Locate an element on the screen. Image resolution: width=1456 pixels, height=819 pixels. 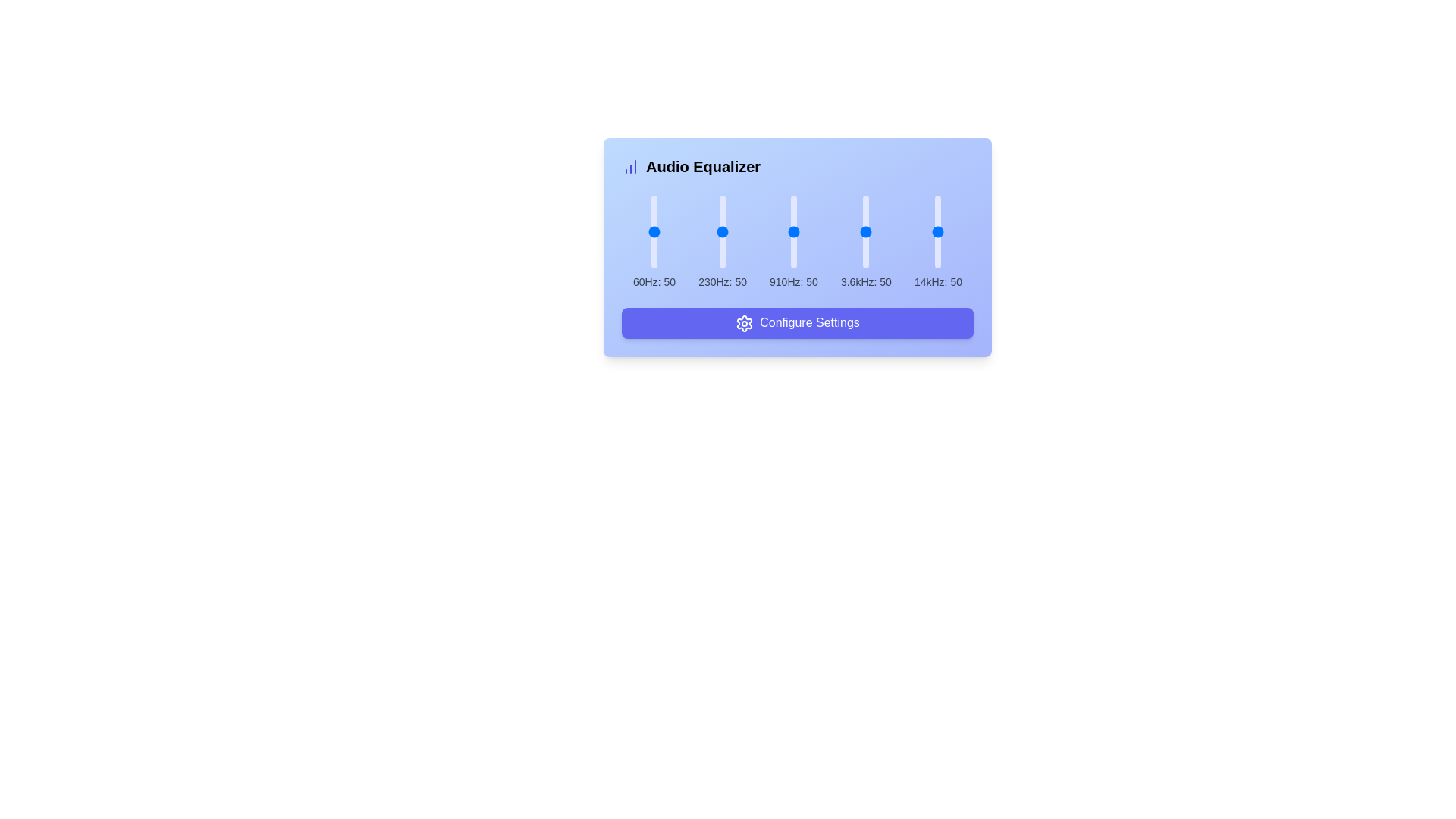
the 230Hz slider value is located at coordinates (722, 253).